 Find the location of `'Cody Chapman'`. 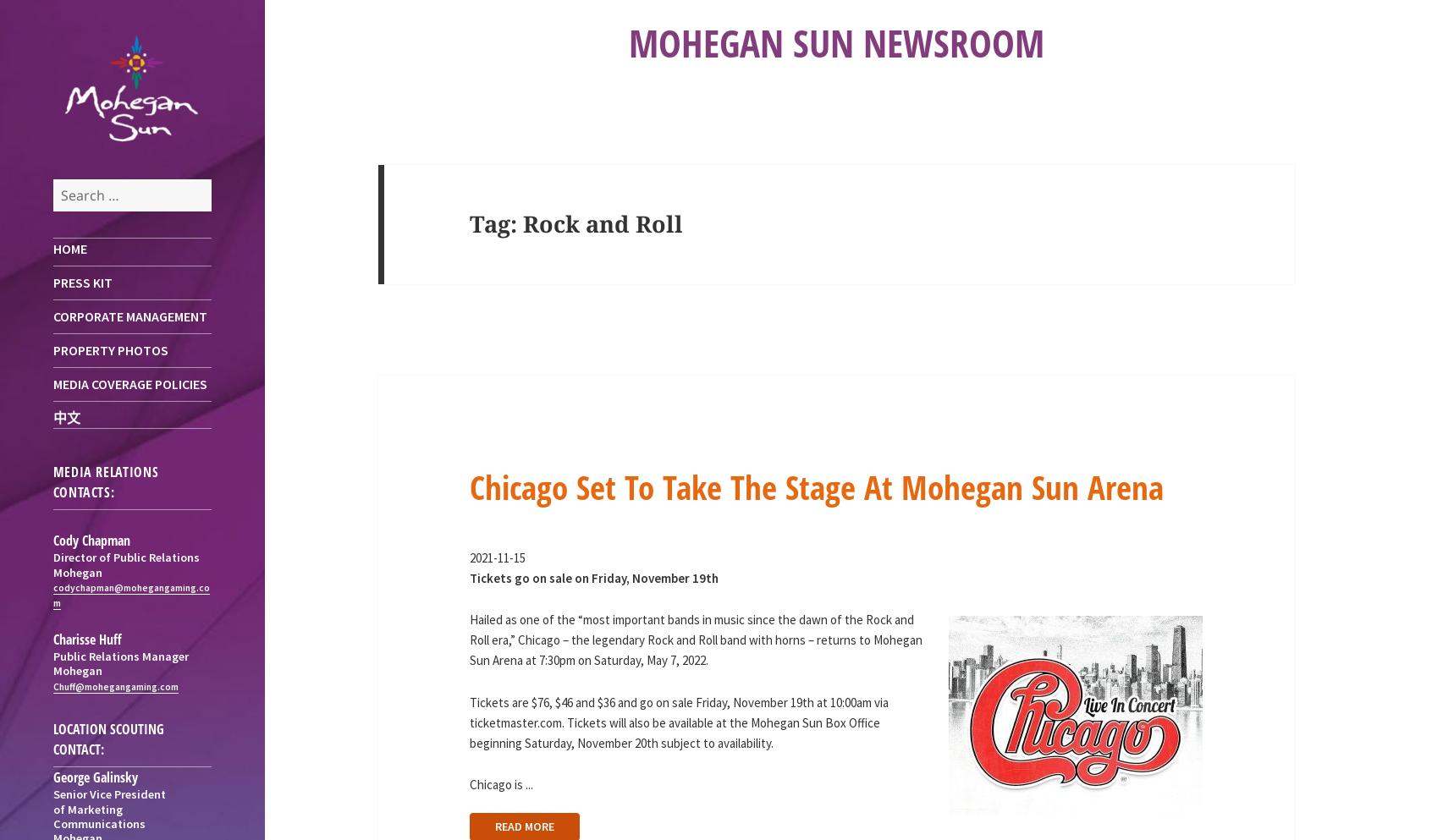

'Cody Chapman' is located at coordinates (91, 539).